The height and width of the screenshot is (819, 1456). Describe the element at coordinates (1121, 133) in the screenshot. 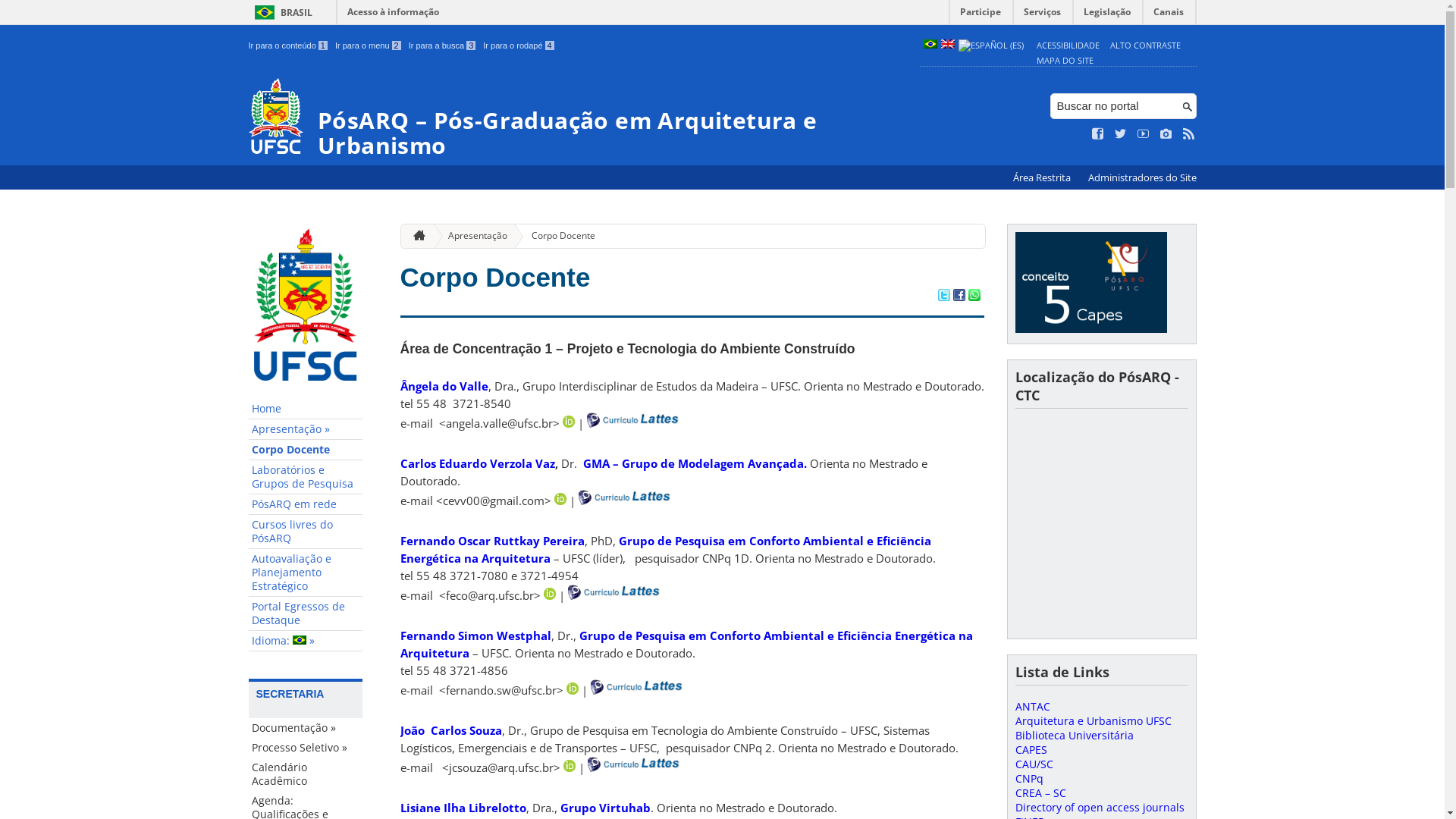

I see `'Siga no Twitter'` at that location.